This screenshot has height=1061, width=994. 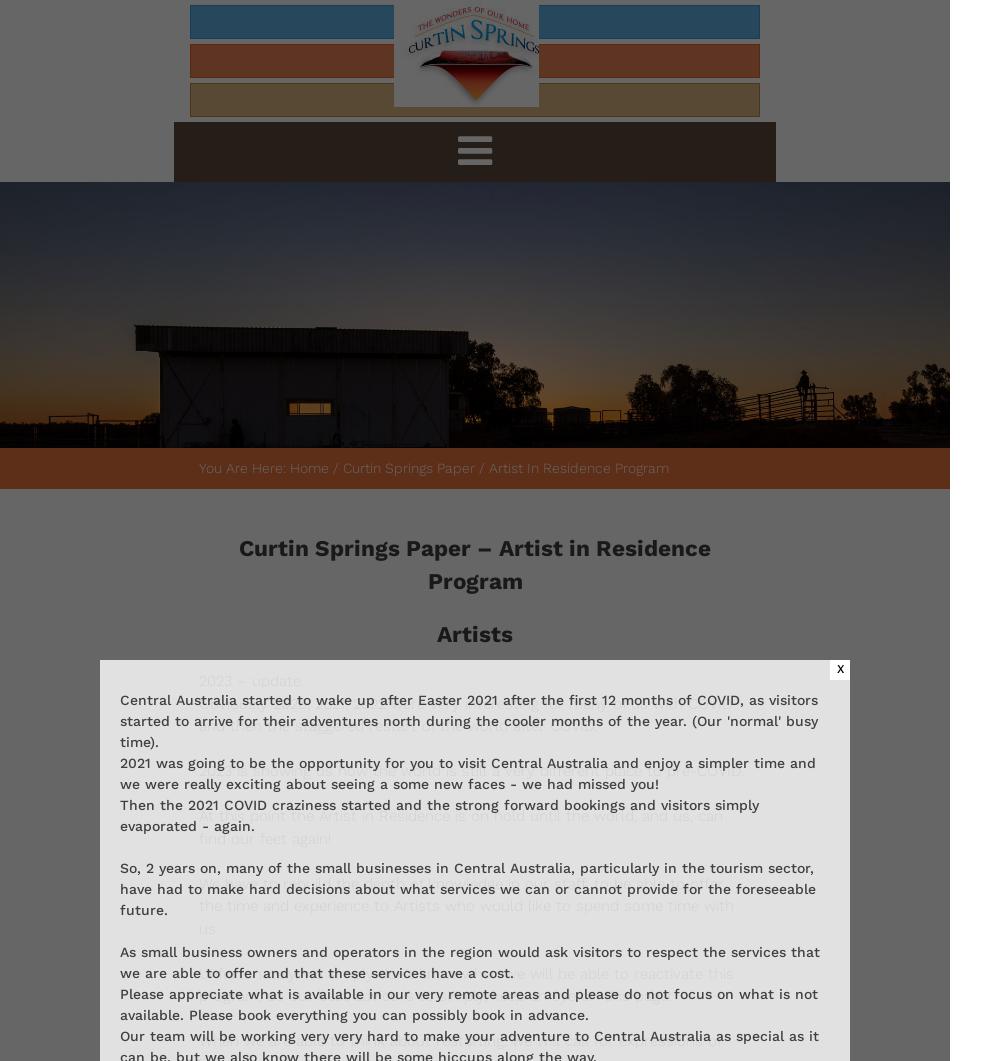 What do you see at coordinates (467, 1003) in the screenshot?
I see `'Please appreciate what is available in our very remote areas and please do not focus on what is not available.  Please book everything you can possibly book in advance.'` at bounding box center [467, 1003].